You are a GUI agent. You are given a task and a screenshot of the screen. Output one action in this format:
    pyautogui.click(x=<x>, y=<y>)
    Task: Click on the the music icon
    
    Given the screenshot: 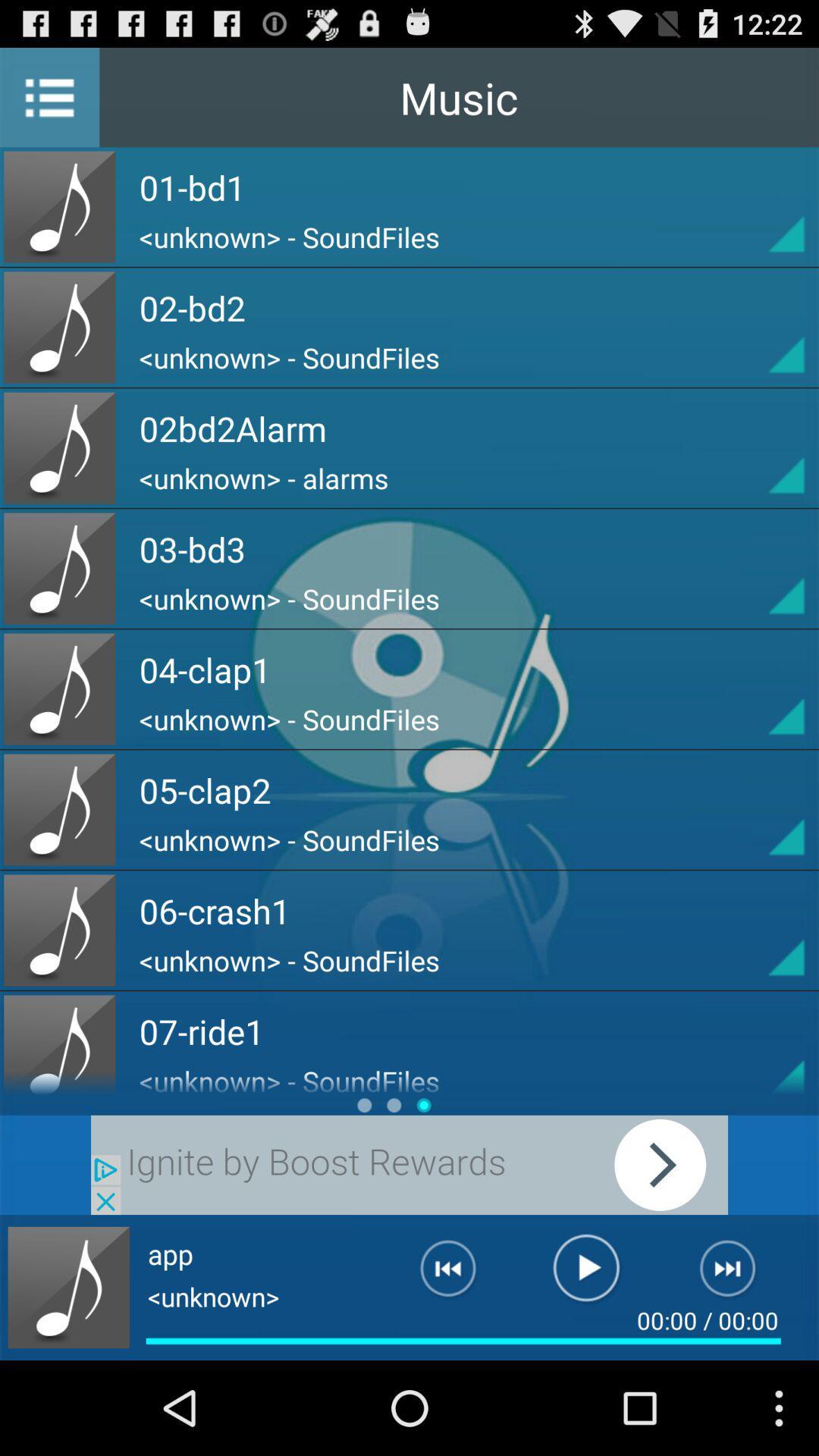 What is the action you would take?
    pyautogui.click(x=68, y=1378)
    